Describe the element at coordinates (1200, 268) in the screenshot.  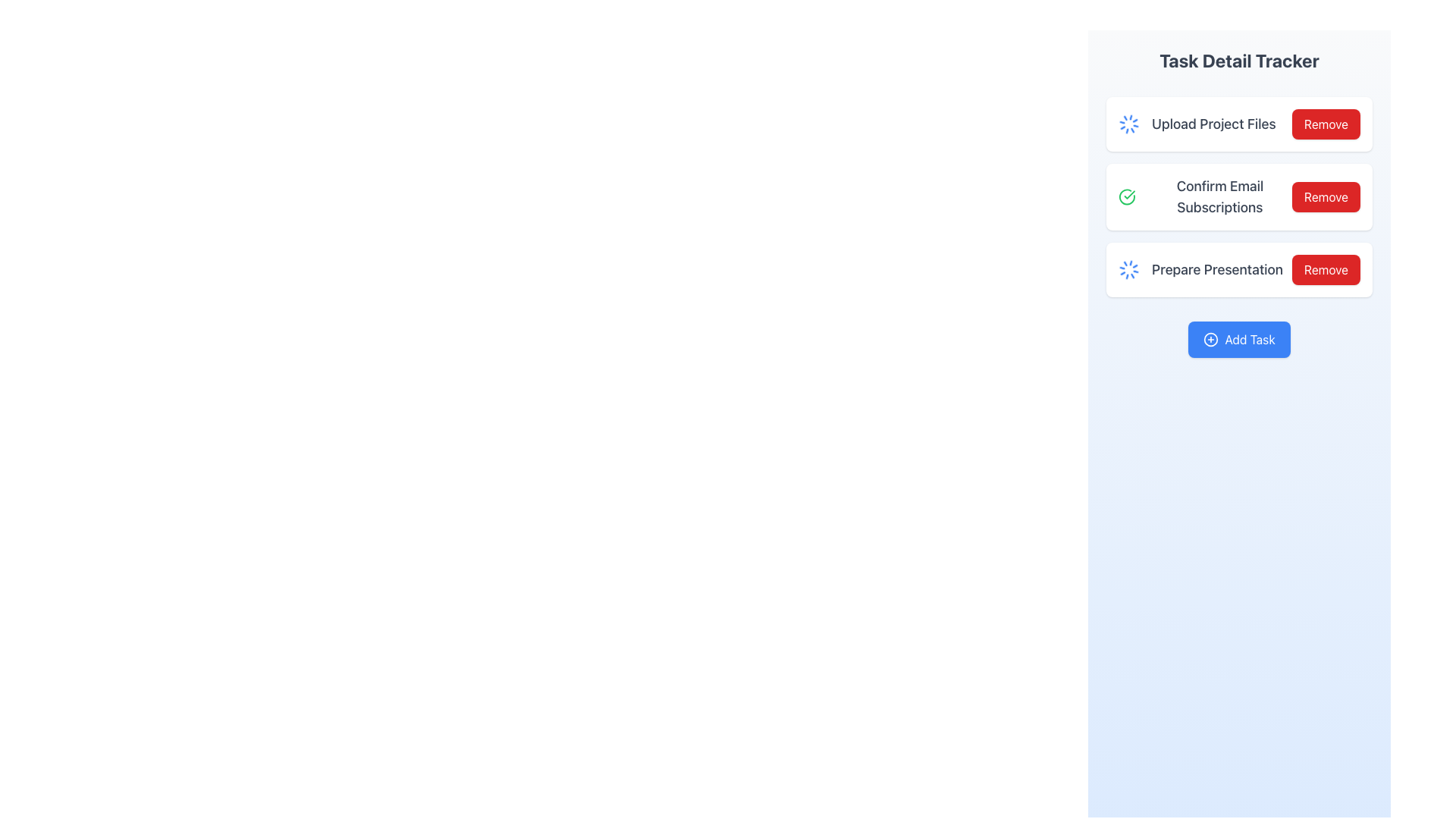
I see `the Static Label with Icon that contains the text 'Prepare Presentation', styled with a medium-sized gray font, and has a spinning blue icon indicating a process in progress` at that location.